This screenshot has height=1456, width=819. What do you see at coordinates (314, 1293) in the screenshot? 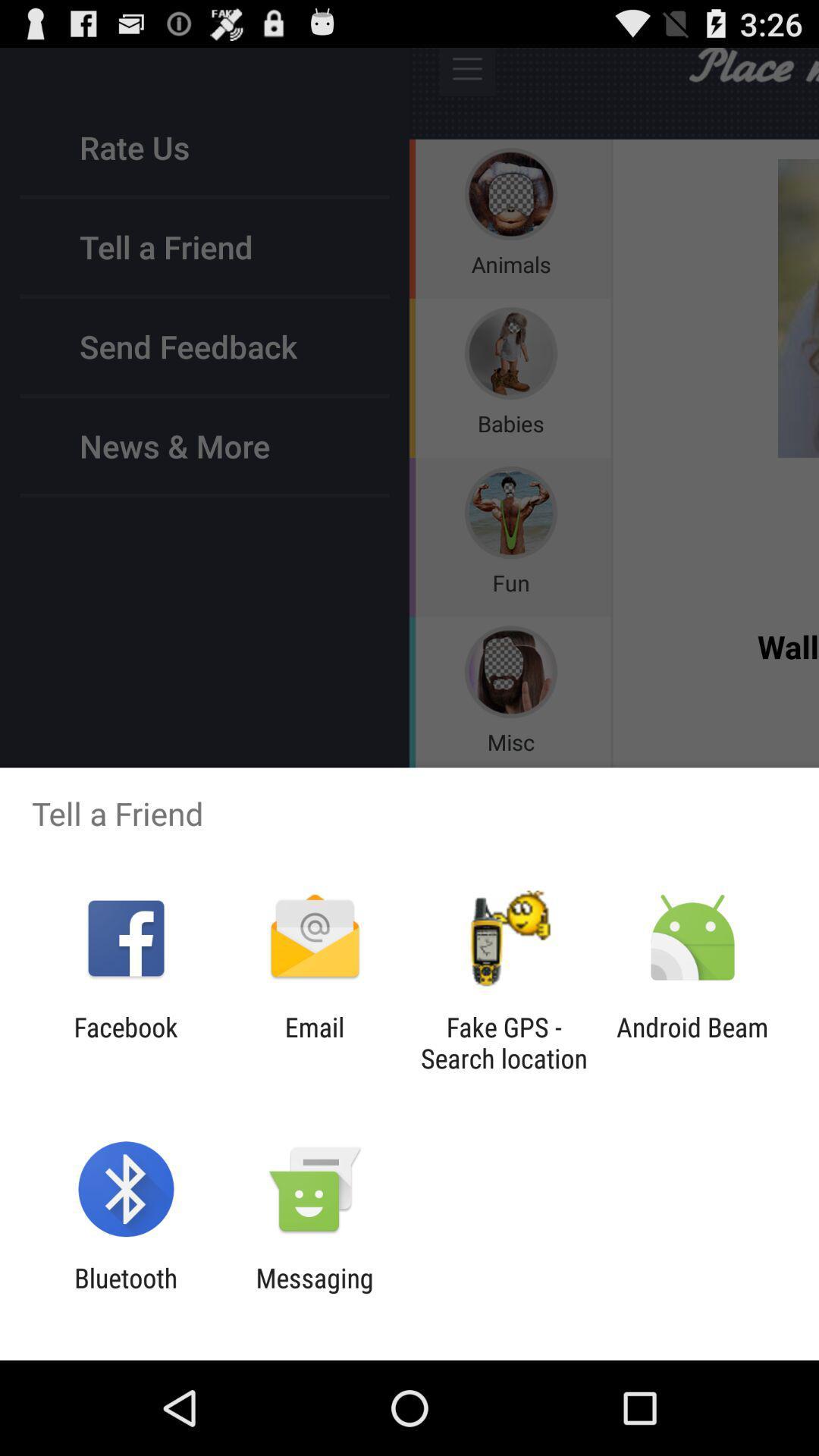
I see `the app to the right of bluetooth icon` at bounding box center [314, 1293].